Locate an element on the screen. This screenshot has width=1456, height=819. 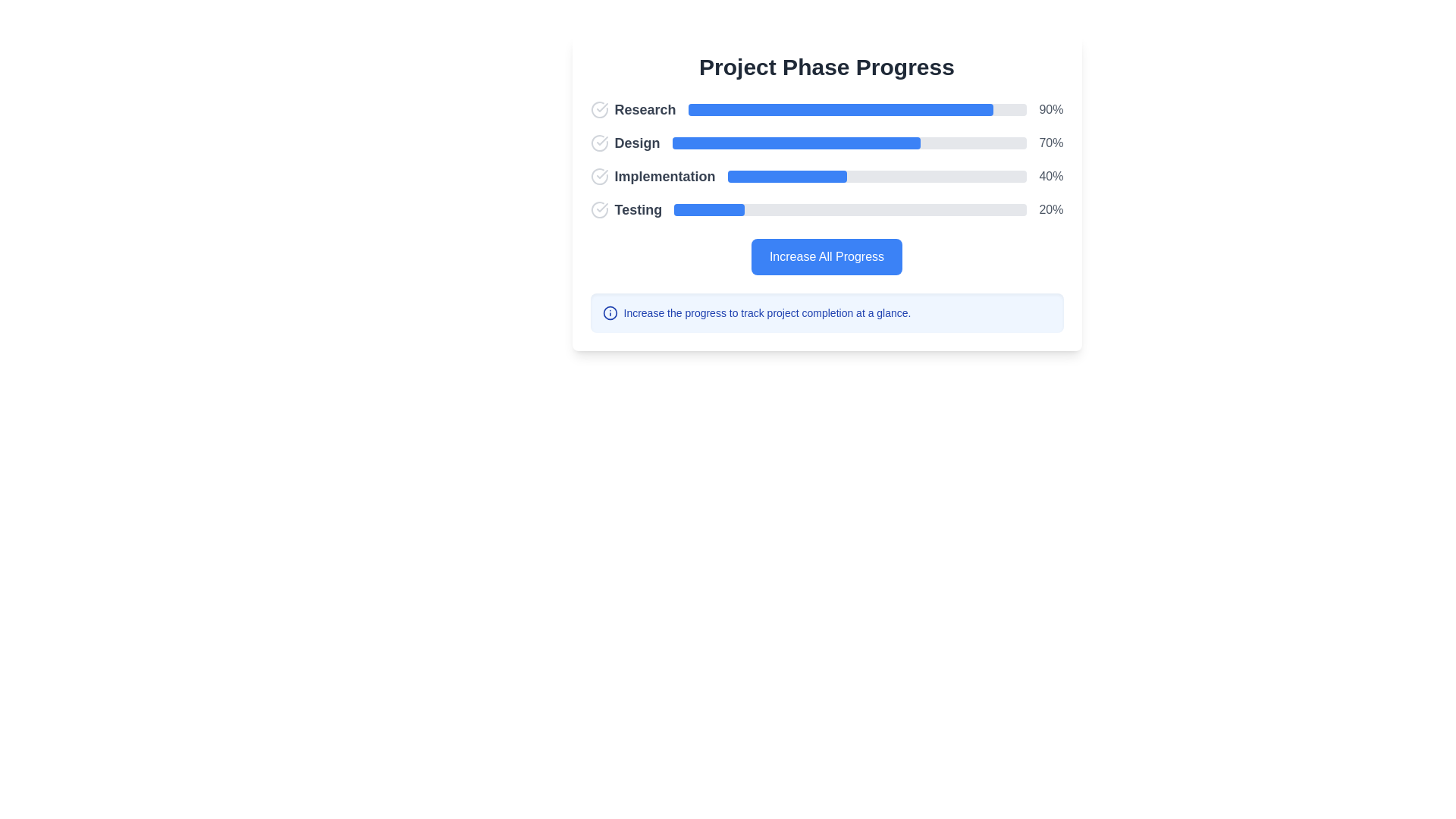
the outer circle of the circular checkmark icon in the 'Research' row of the 'Project Phase Progress' interface is located at coordinates (598, 109).